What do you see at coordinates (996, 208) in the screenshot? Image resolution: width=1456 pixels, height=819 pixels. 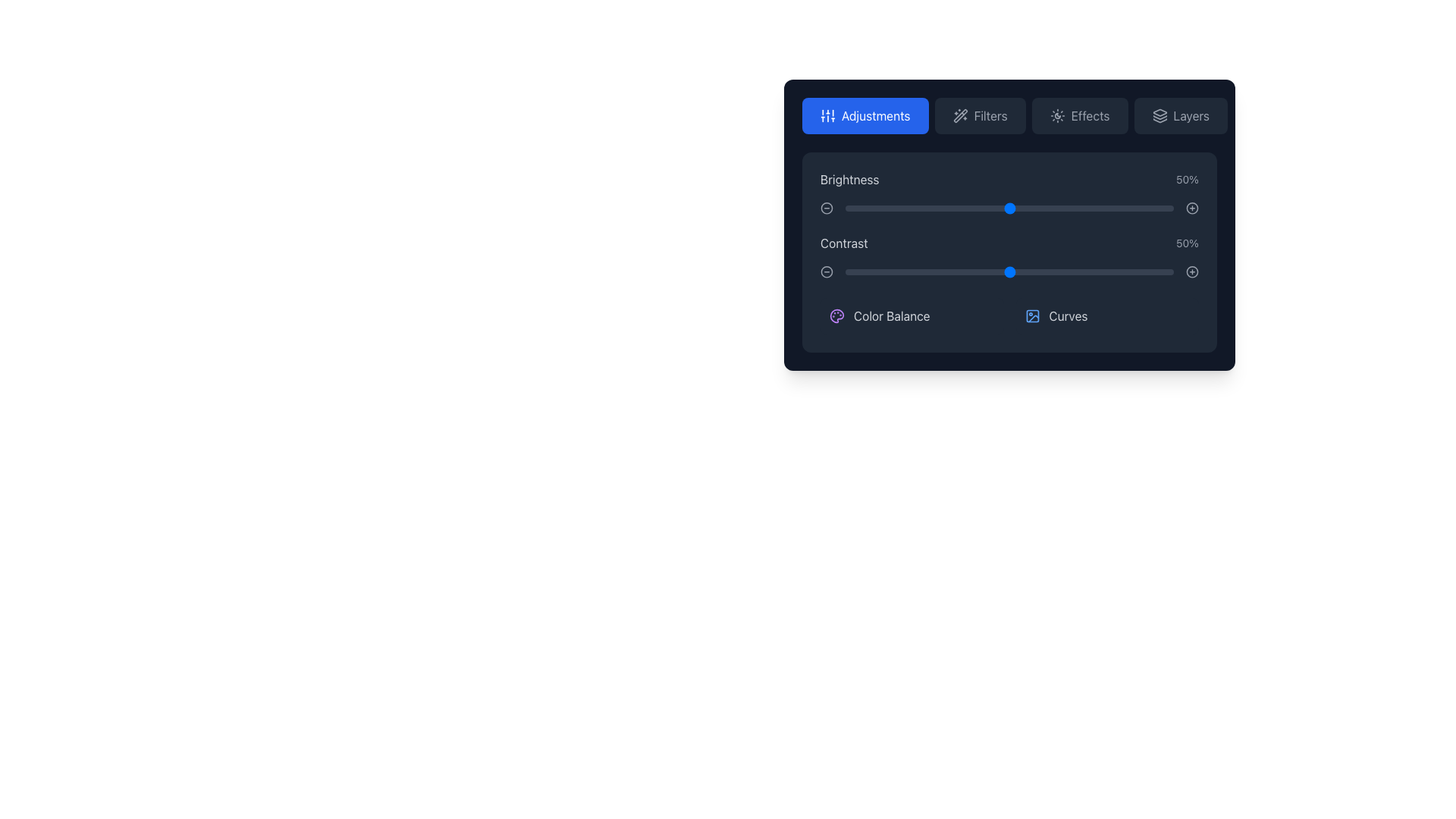 I see `brightness` at bounding box center [996, 208].